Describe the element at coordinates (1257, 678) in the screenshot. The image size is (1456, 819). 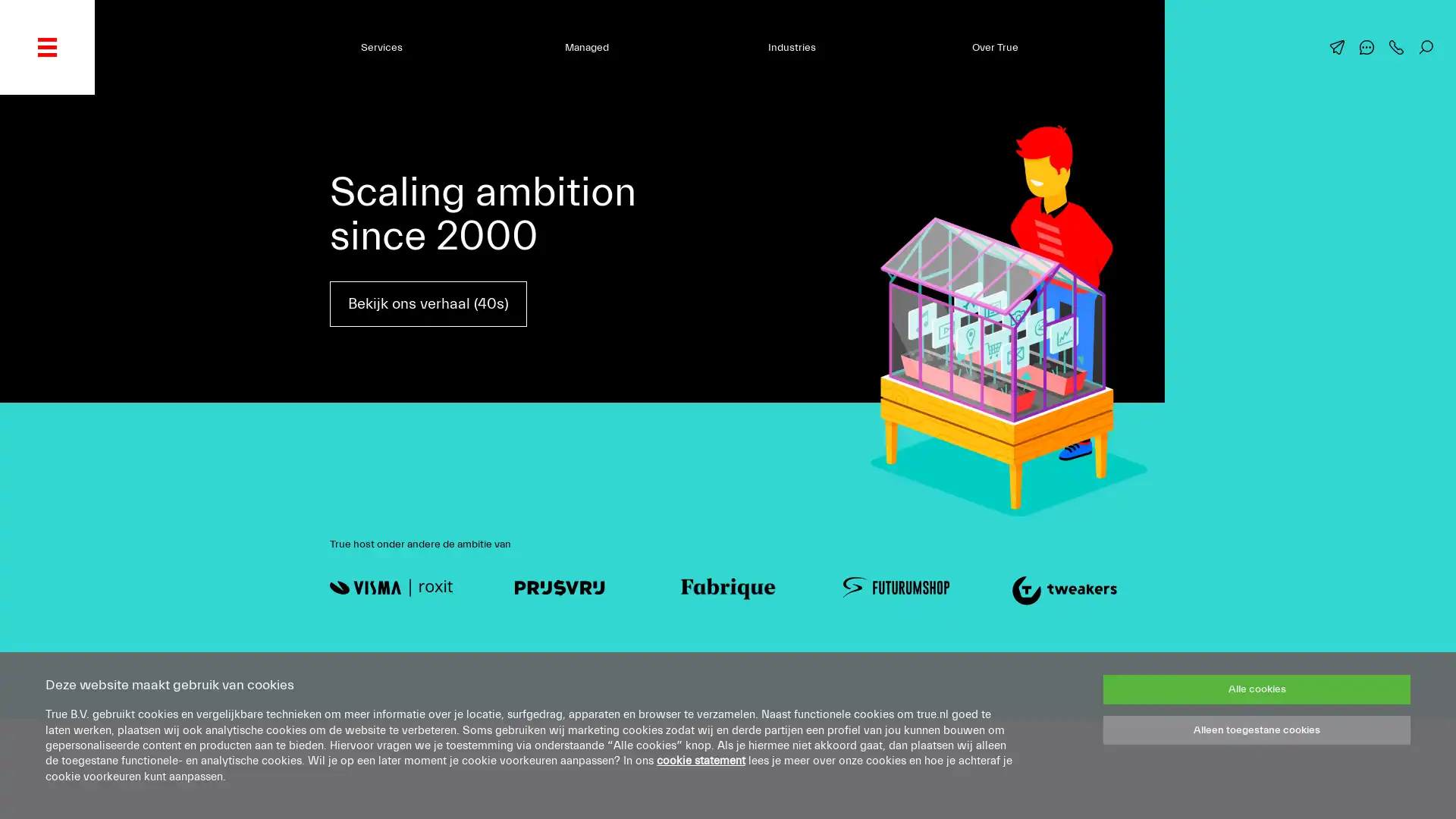
I see `Alle cookies` at that location.